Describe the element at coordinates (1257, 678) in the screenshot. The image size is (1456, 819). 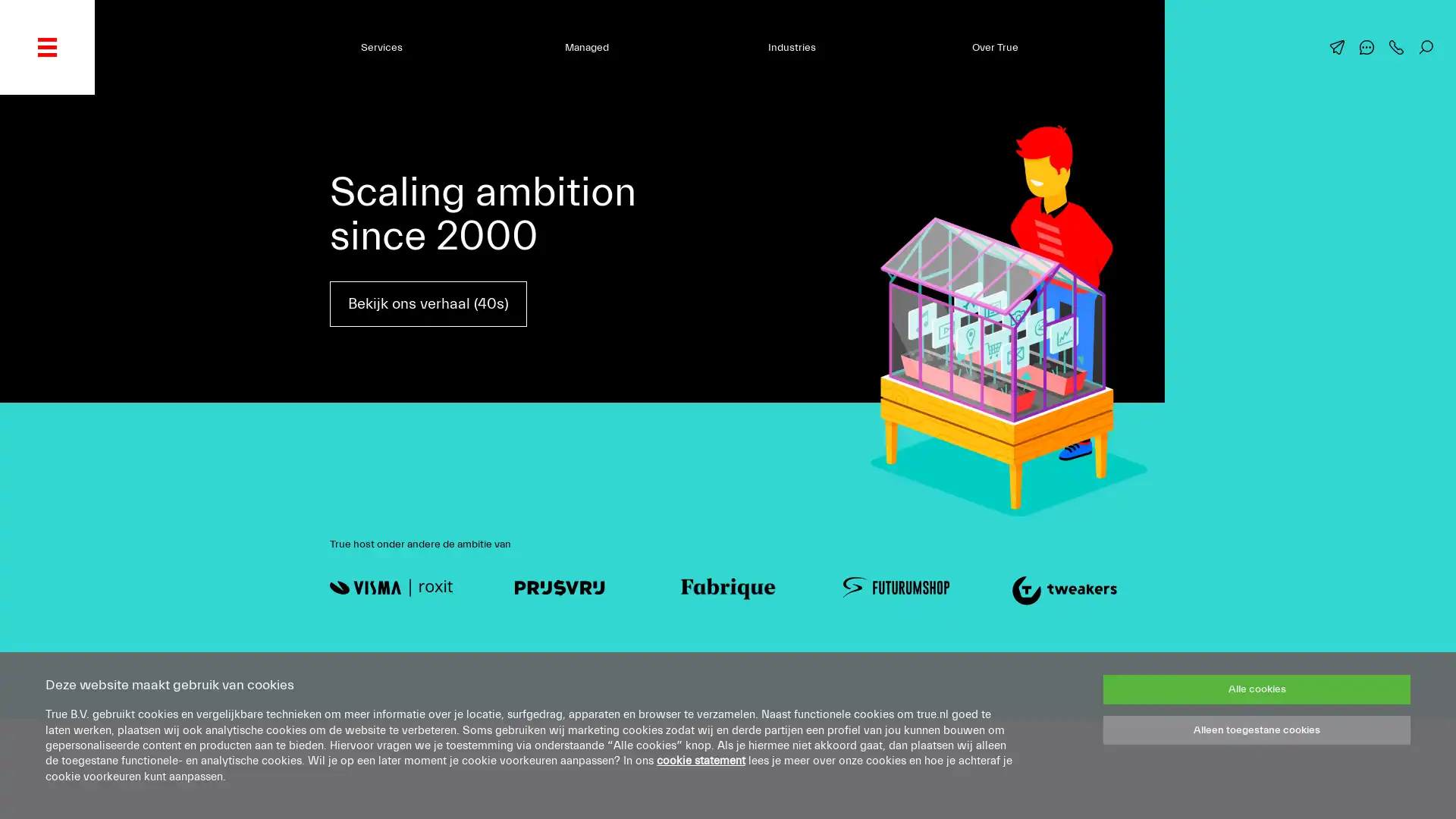
I see `Alle cookies` at that location.